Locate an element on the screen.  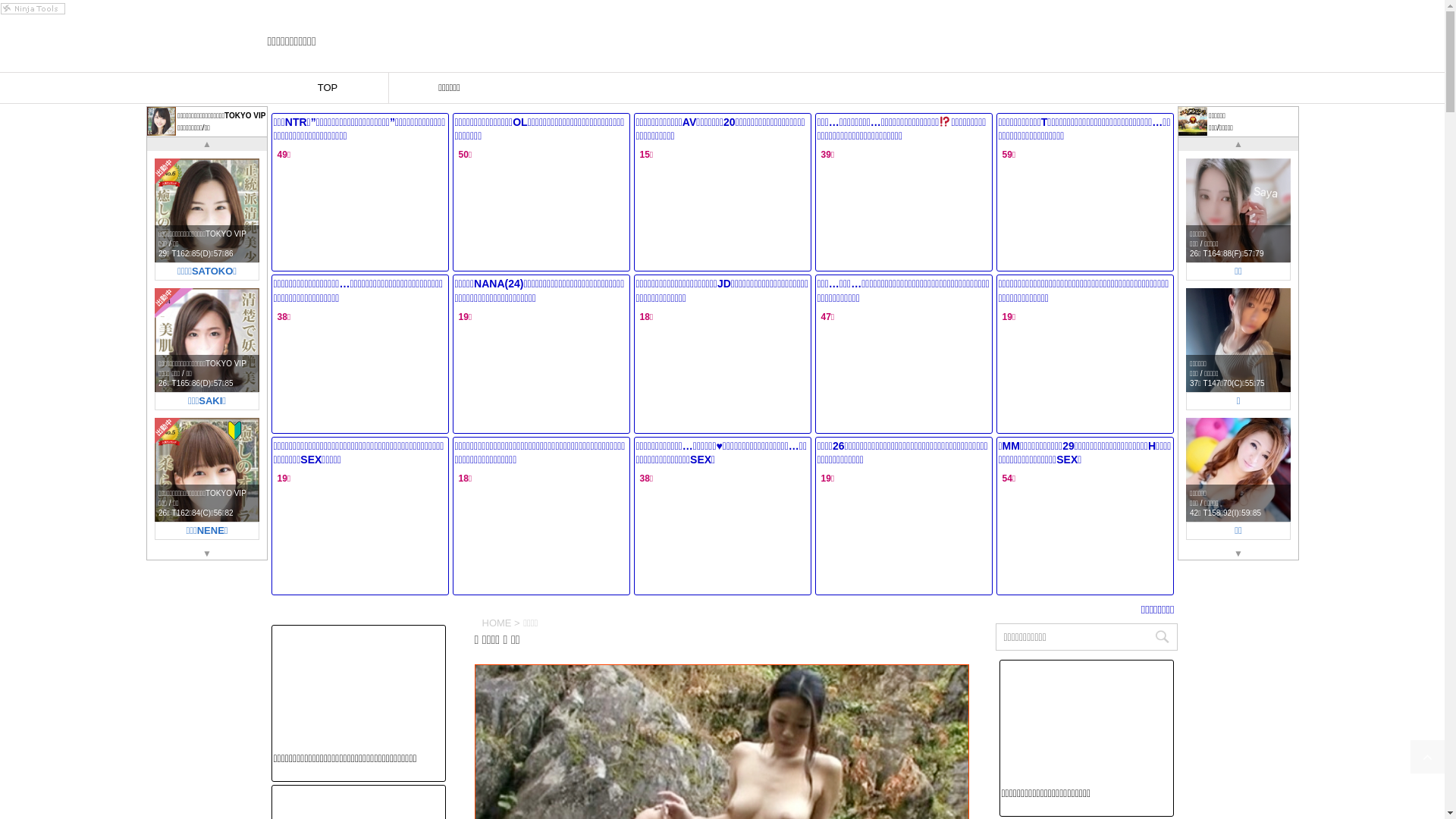
'HOME' is located at coordinates (481, 623).